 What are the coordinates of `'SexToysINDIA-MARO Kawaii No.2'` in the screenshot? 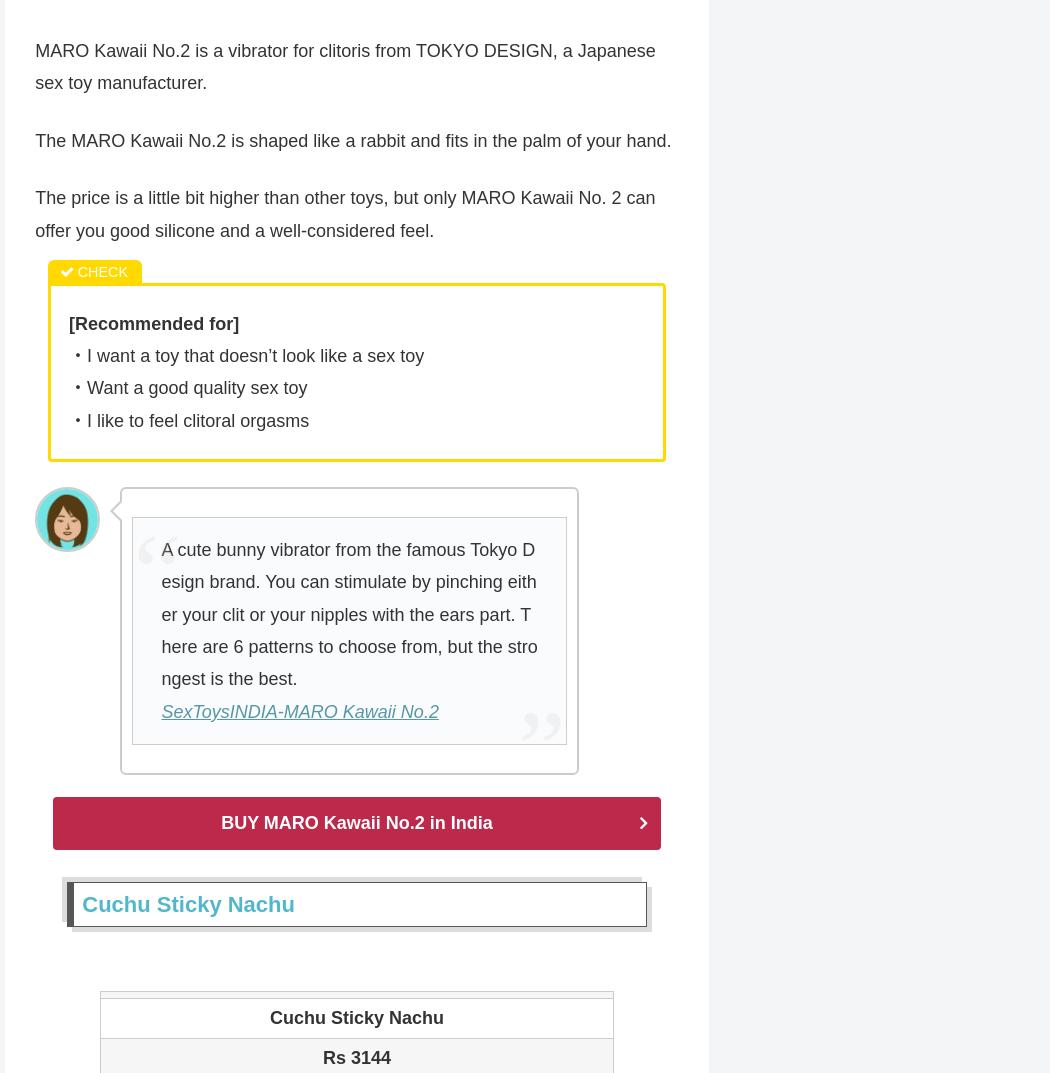 It's located at (298, 713).